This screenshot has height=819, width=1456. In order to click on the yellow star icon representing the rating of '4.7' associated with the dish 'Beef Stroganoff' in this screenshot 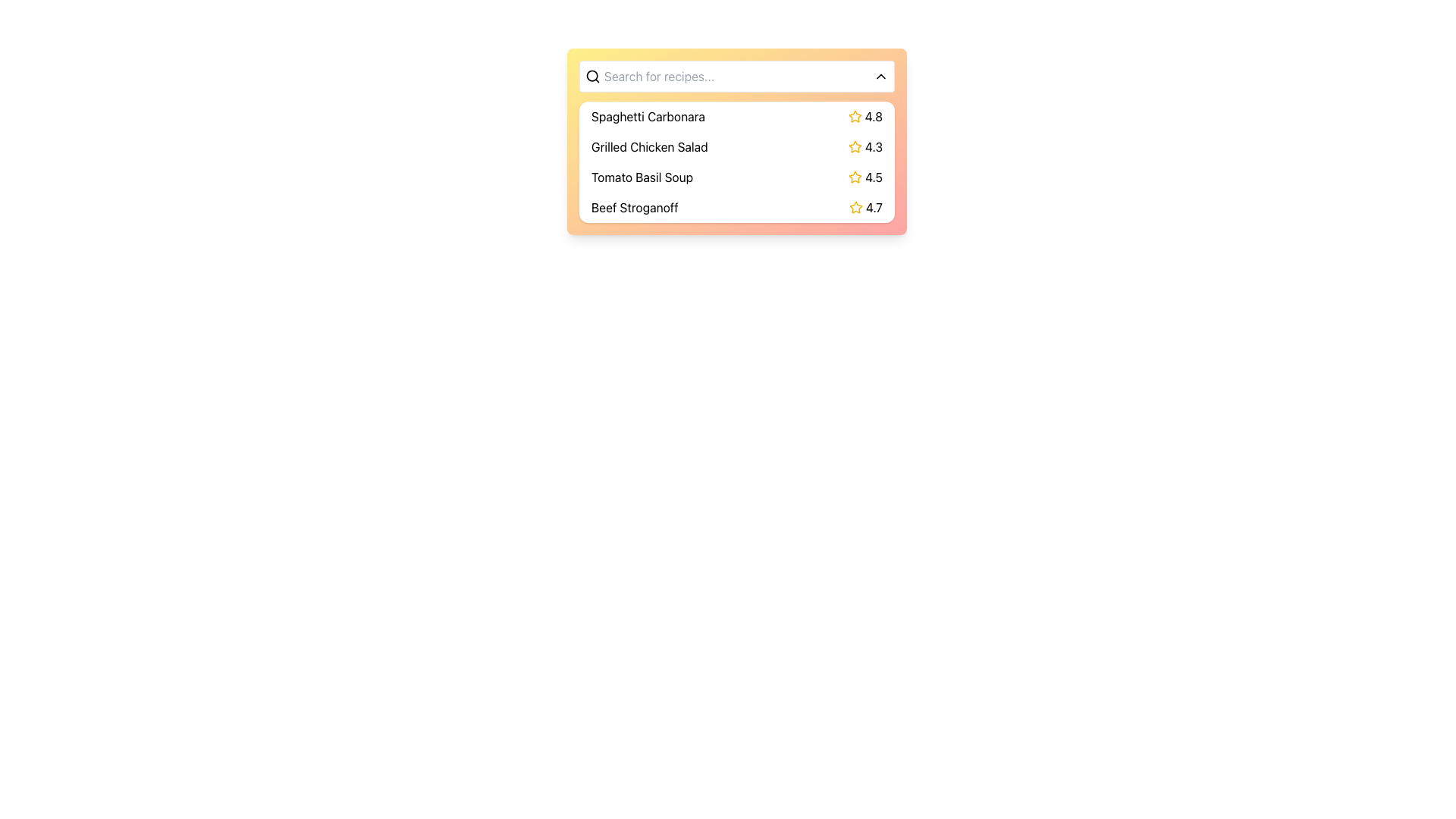, I will do `click(855, 207)`.